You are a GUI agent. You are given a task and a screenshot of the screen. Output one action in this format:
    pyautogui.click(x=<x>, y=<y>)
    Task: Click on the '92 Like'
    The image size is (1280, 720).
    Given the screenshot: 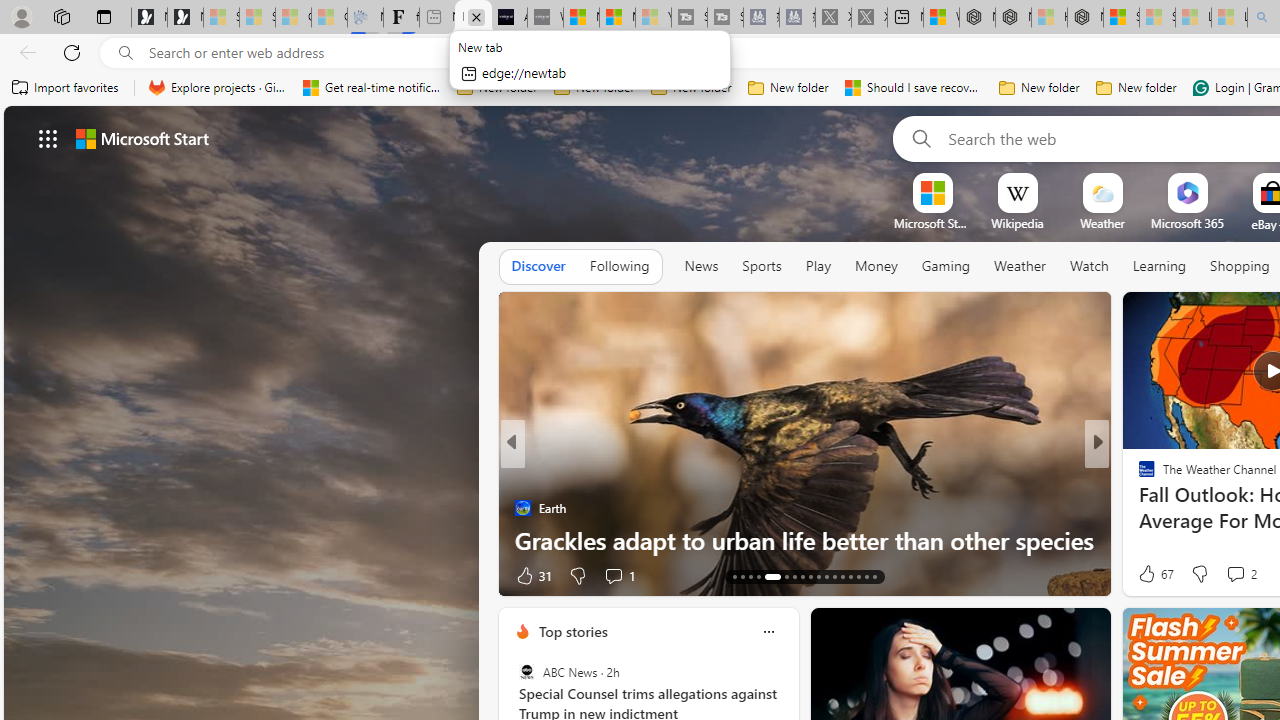 What is the action you would take?
    pyautogui.click(x=1149, y=575)
    